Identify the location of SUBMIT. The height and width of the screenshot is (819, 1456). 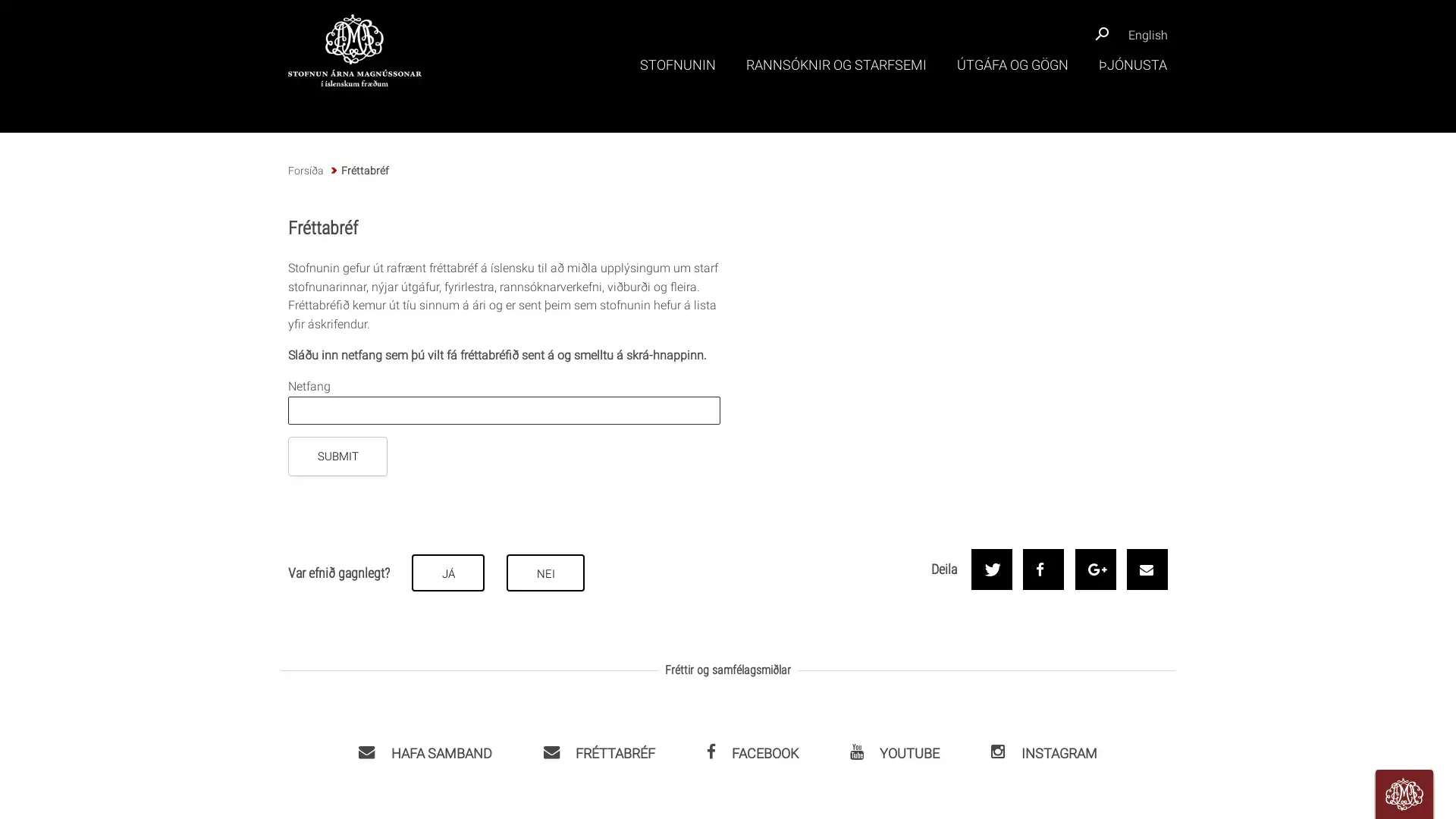
(337, 455).